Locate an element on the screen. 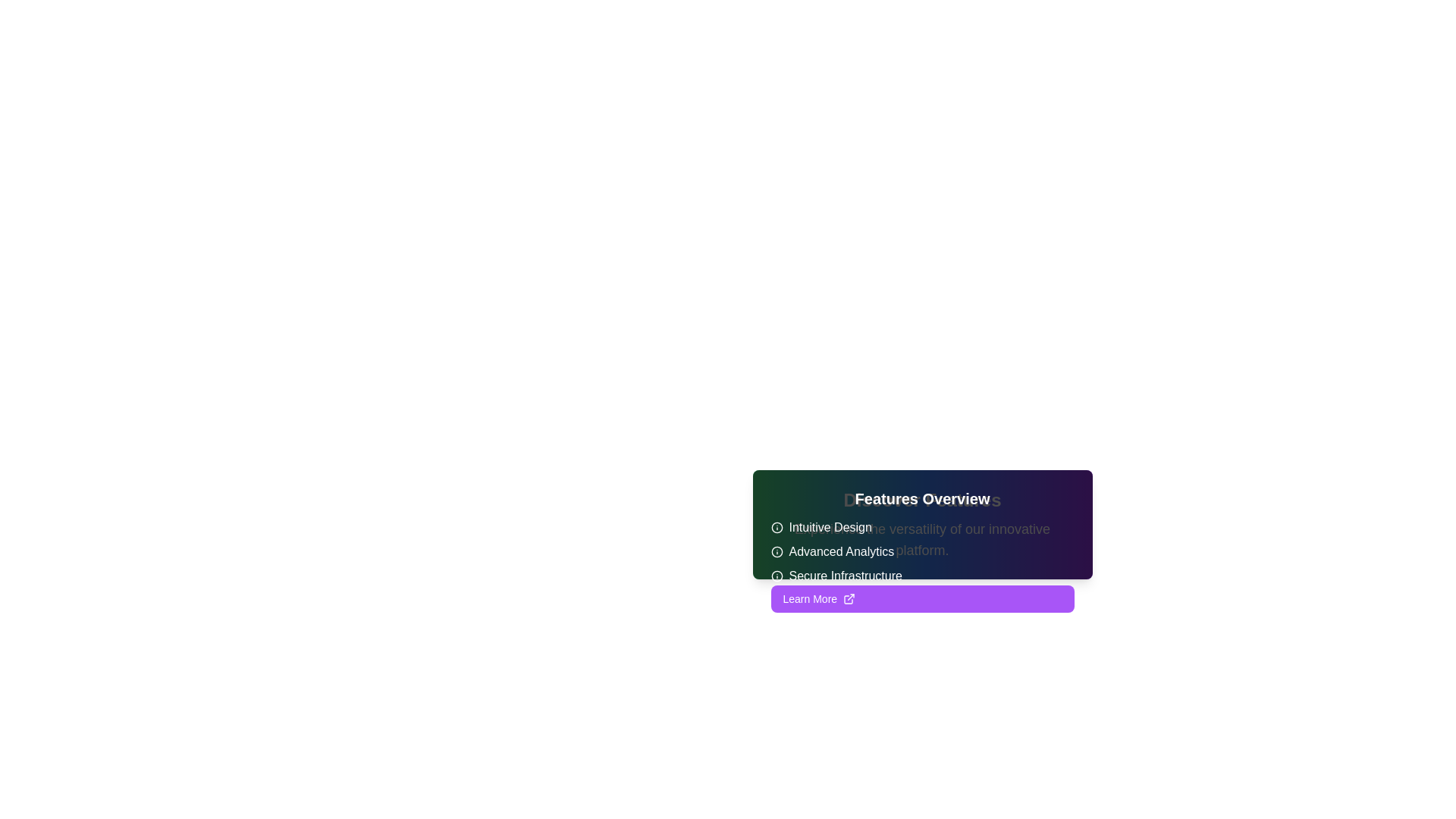 This screenshot has height=819, width=1456. the 'Secure Infrastructure' text with icon, which is styled in white on a dark gradient background and is the third item in the list under 'Features Overview' is located at coordinates (921, 576).